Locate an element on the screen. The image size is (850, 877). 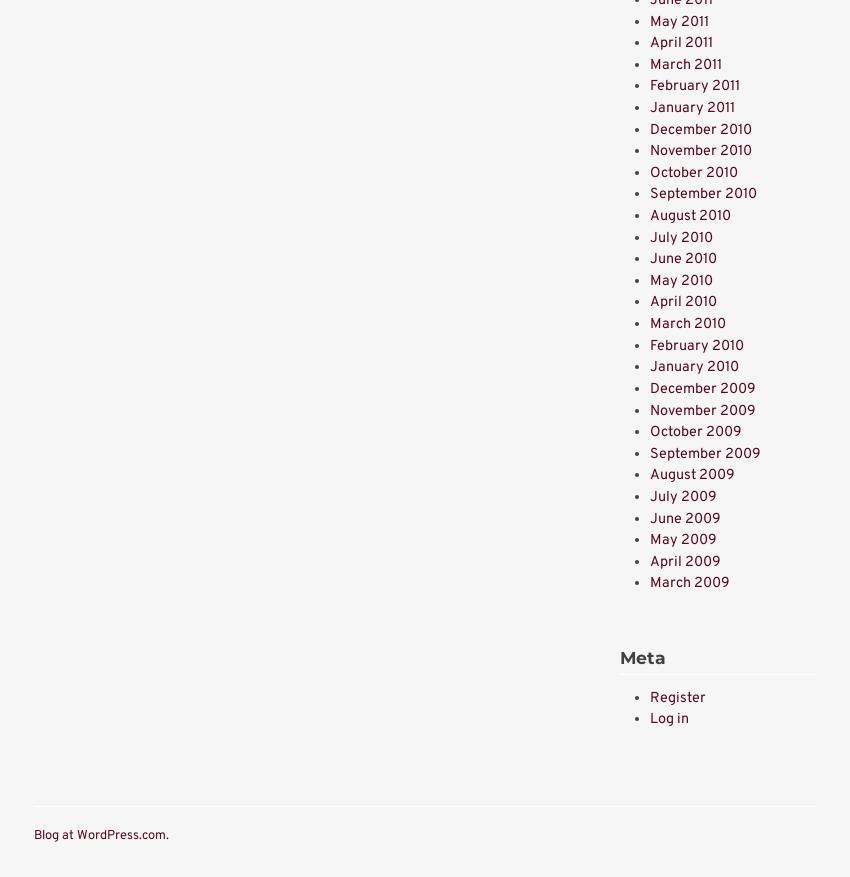
'January 2011' is located at coordinates (691, 106).